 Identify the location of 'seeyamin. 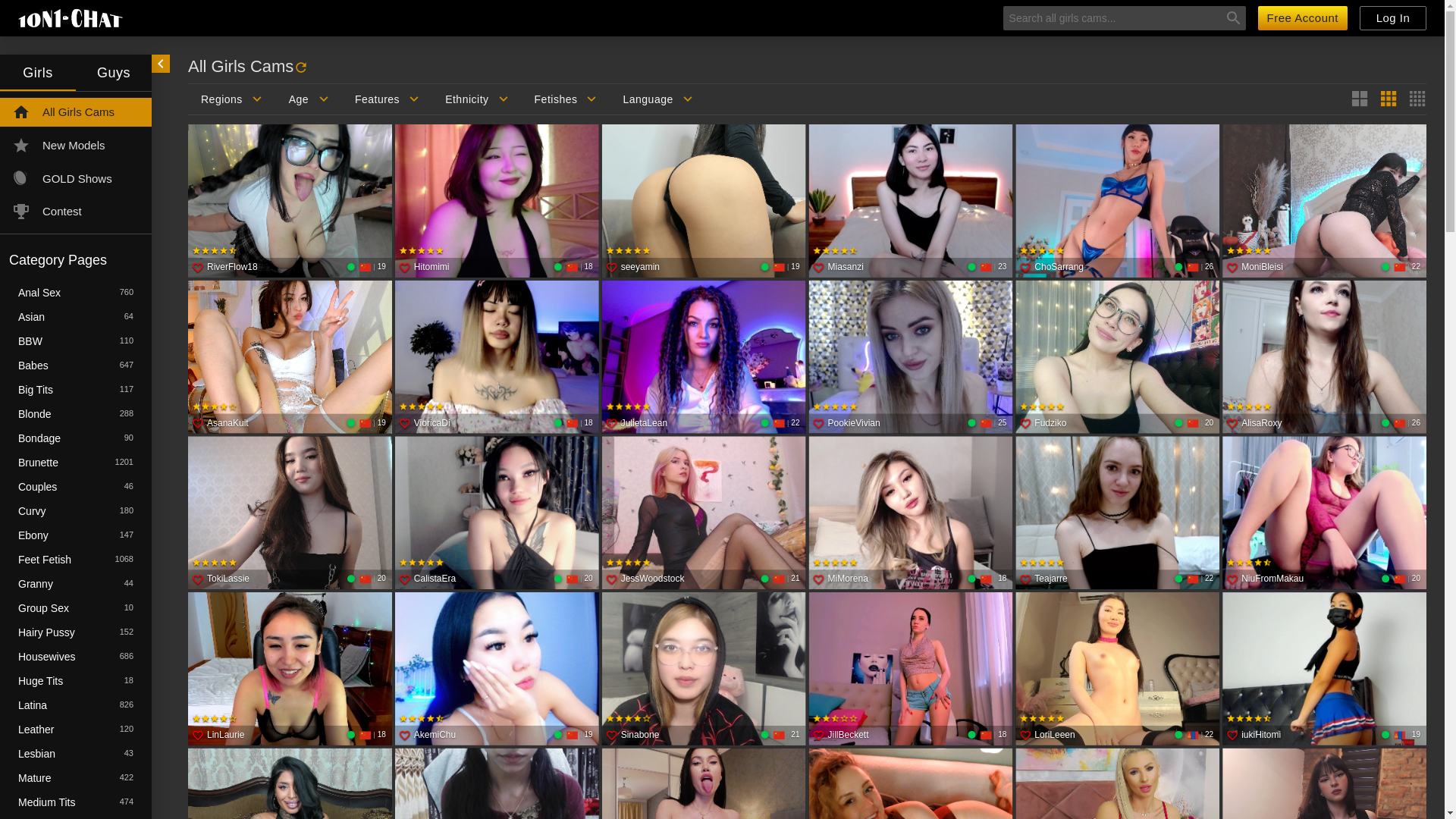
(703, 201).